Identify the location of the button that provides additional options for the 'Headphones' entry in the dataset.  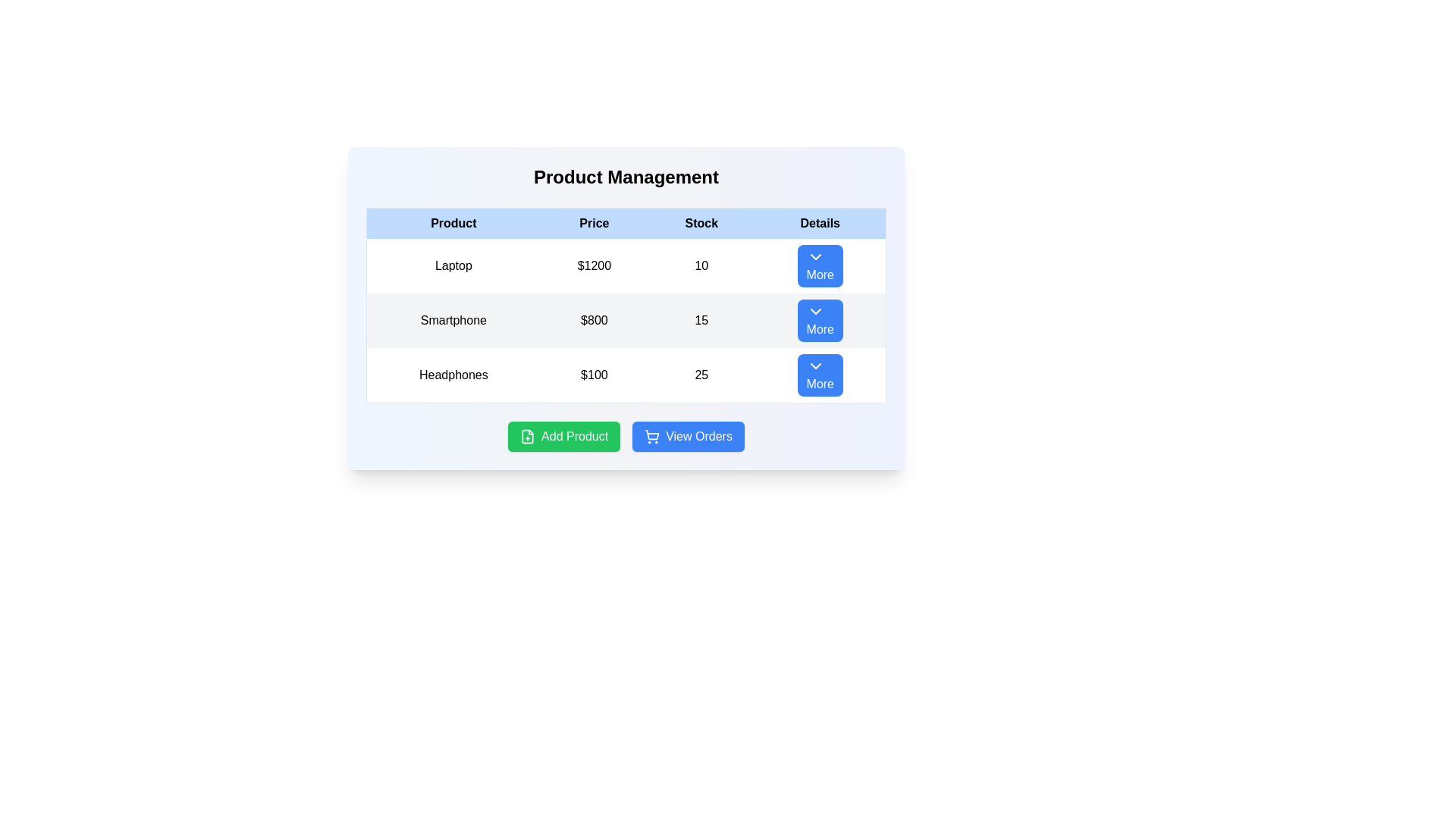
(820, 375).